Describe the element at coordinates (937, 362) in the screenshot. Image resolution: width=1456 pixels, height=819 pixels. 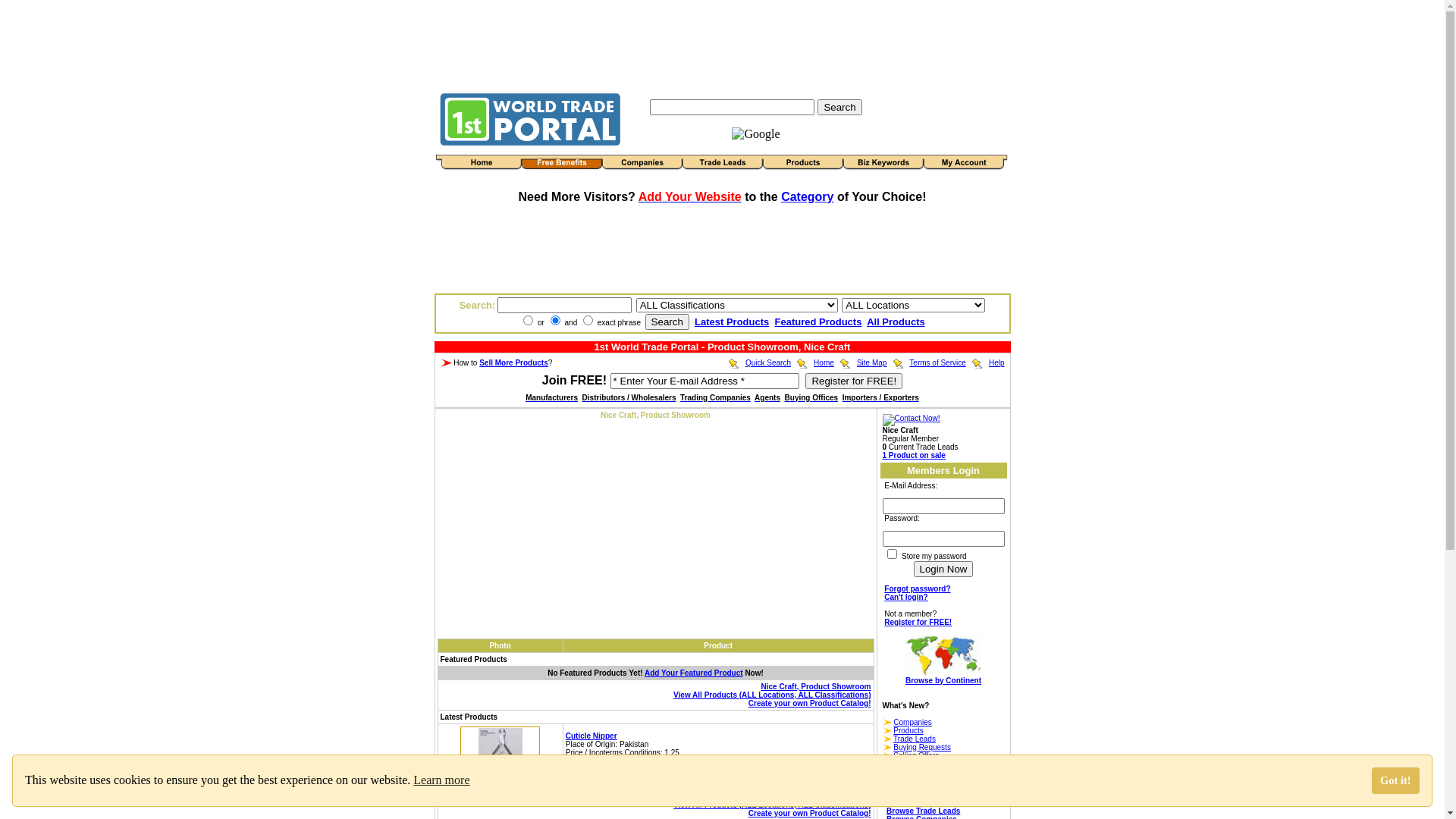
I see `'Terms of Service'` at that location.